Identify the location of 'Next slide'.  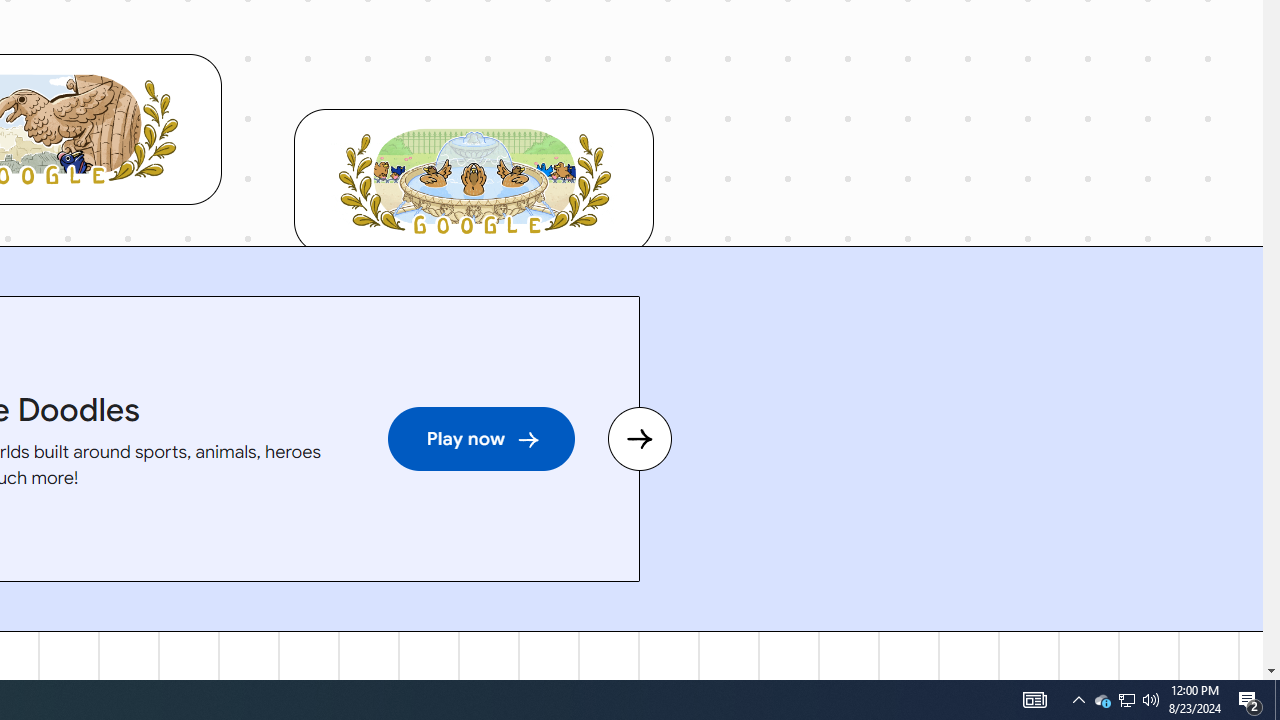
(638, 438).